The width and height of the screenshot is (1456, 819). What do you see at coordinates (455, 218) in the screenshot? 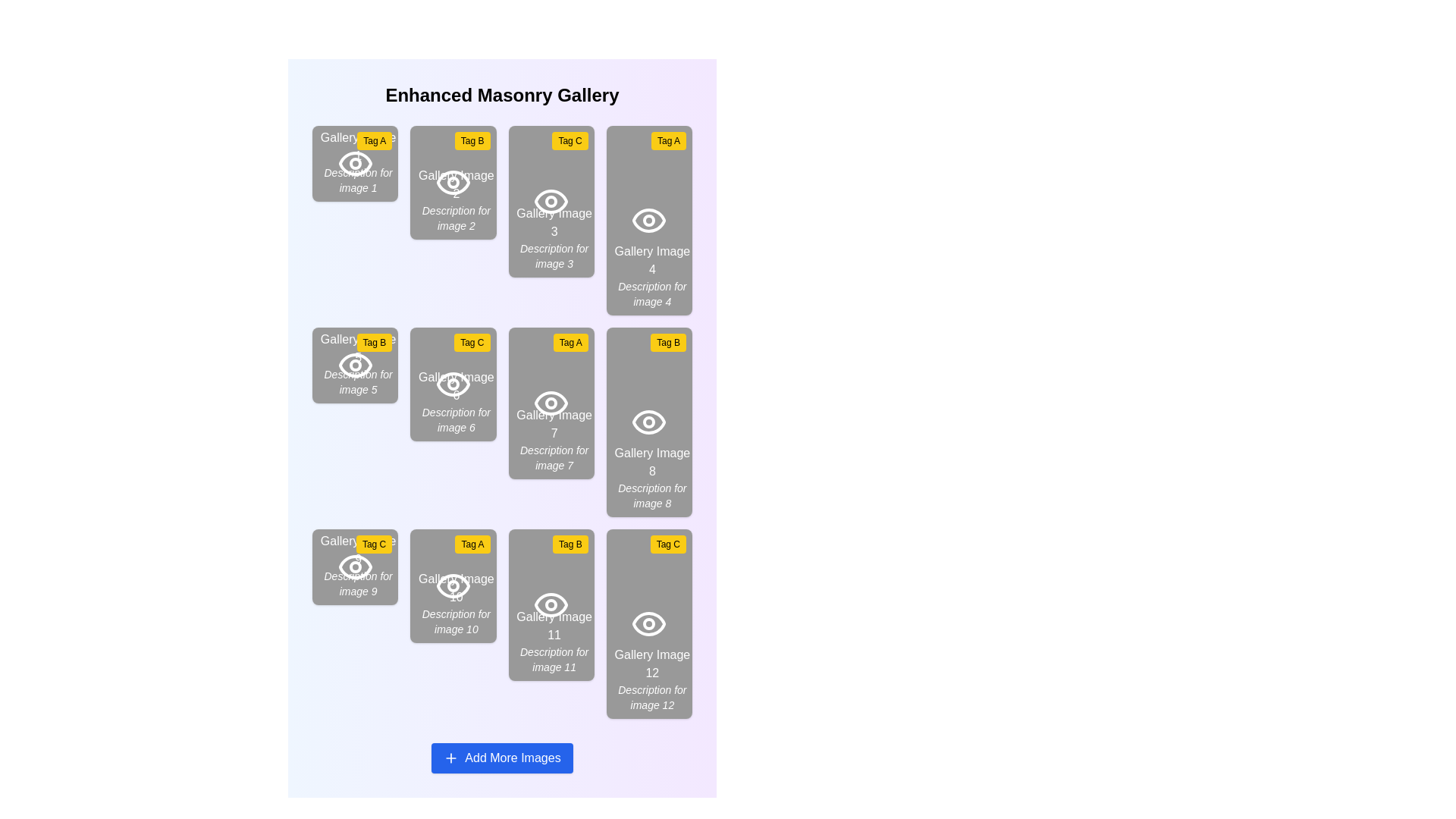
I see `the text label that provides metadata for 'Gallery Image 2', located centrally beneath it in the second column, first row of the gallery grid` at bounding box center [455, 218].